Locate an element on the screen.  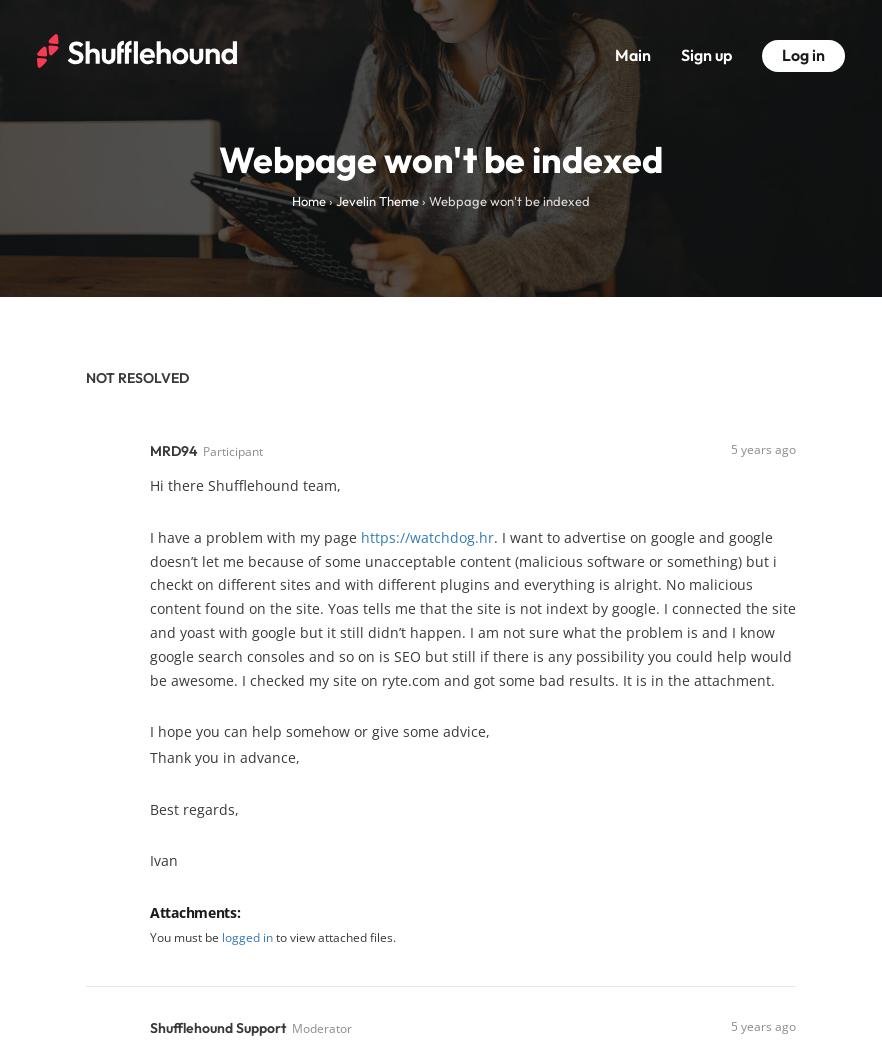
'Moderator' is located at coordinates (291, 1028).